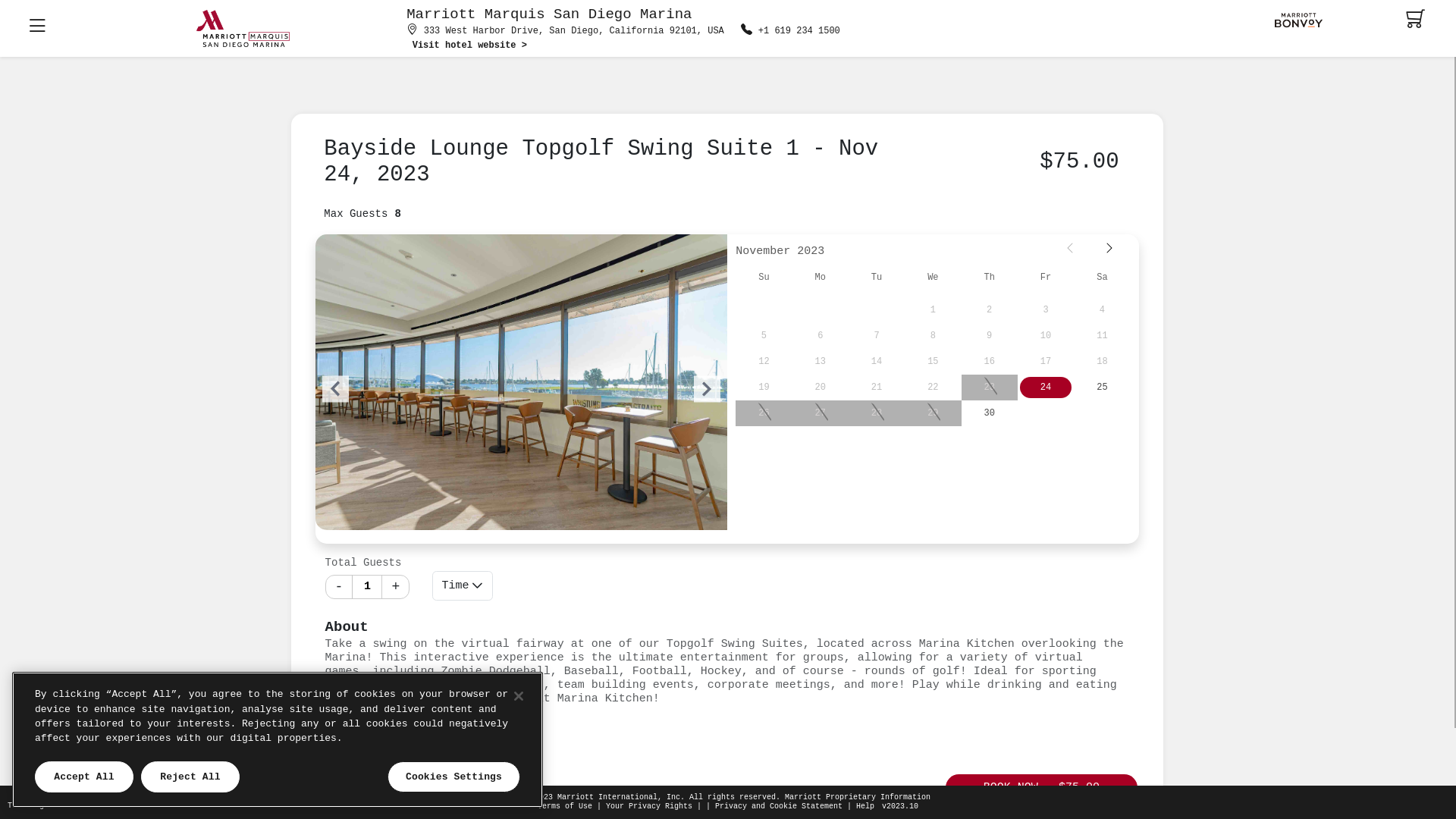  What do you see at coordinates (877, 413) in the screenshot?
I see `'28'` at bounding box center [877, 413].